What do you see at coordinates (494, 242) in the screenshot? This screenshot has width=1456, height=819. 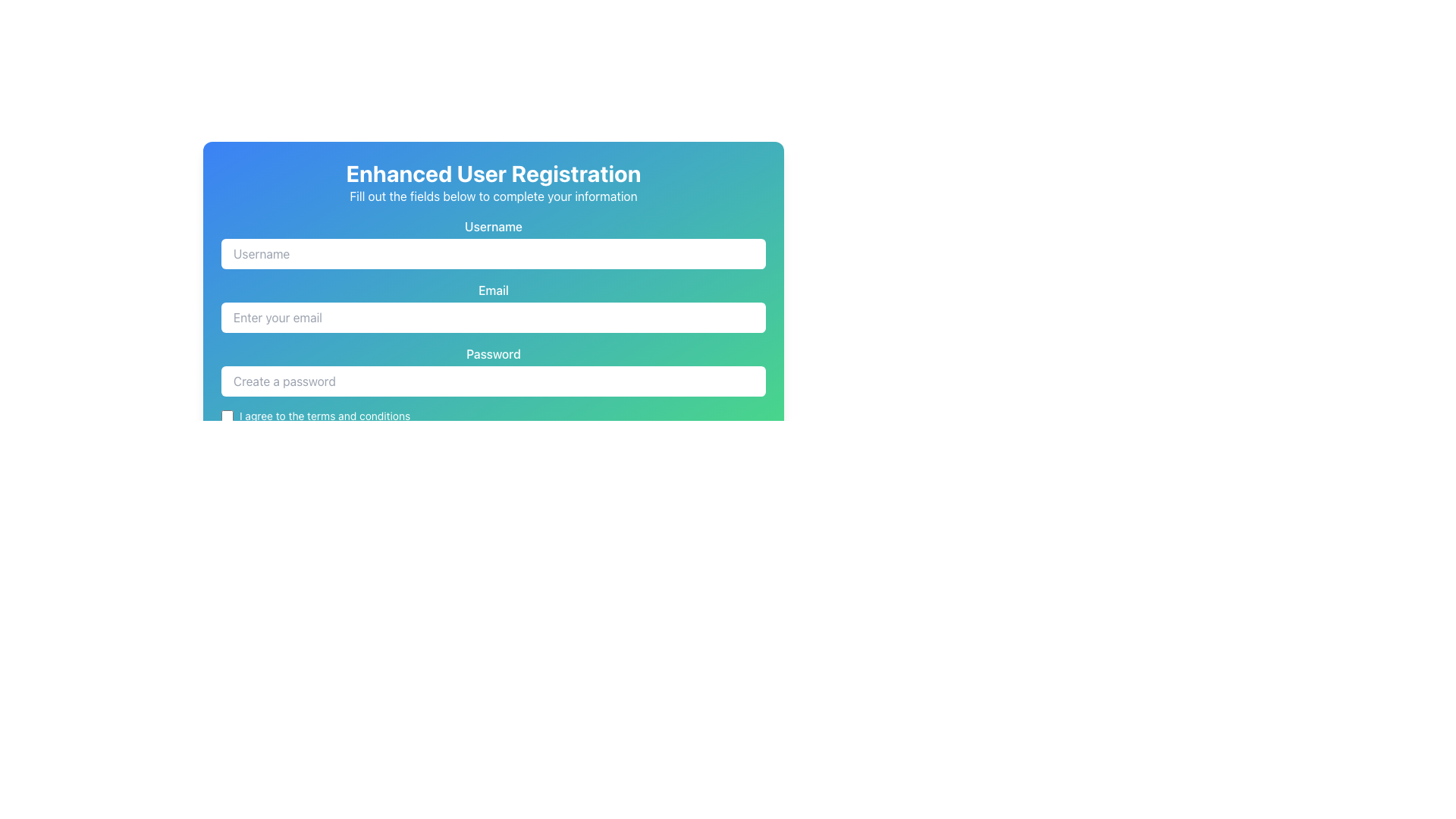 I see `on the 'Username' text input field, which is a white rectangular box with rounded edges, located directly below the header 'Enhanced User Registration'` at bounding box center [494, 242].